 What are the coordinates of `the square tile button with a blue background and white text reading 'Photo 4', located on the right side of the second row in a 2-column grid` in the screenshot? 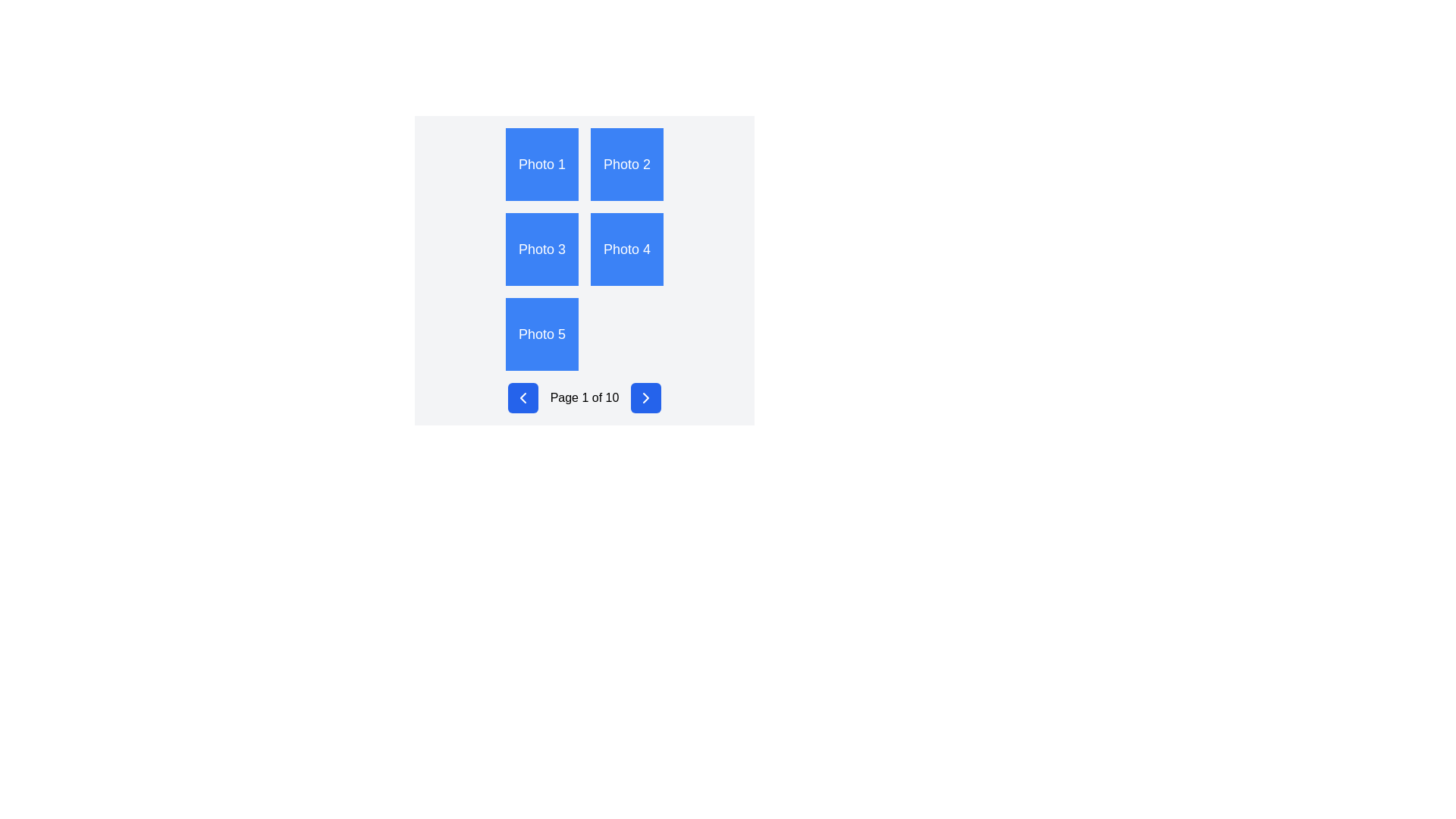 It's located at (626, 248).